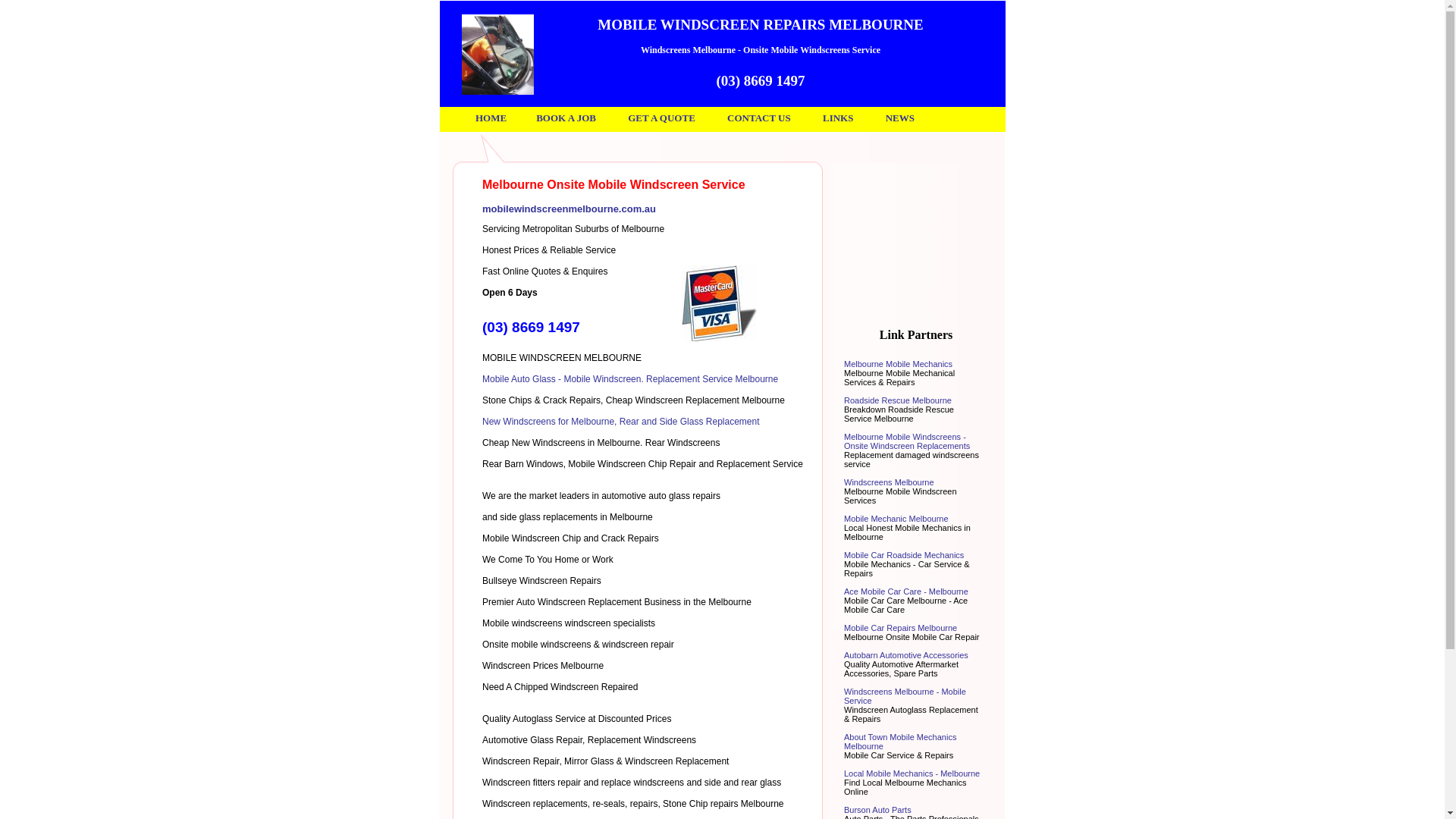  What do you see at coordinates (899, 741) in the screenshot?
I see `'About Town Mobile Mechanics Melbourne'` at bounding box center [899, 741].